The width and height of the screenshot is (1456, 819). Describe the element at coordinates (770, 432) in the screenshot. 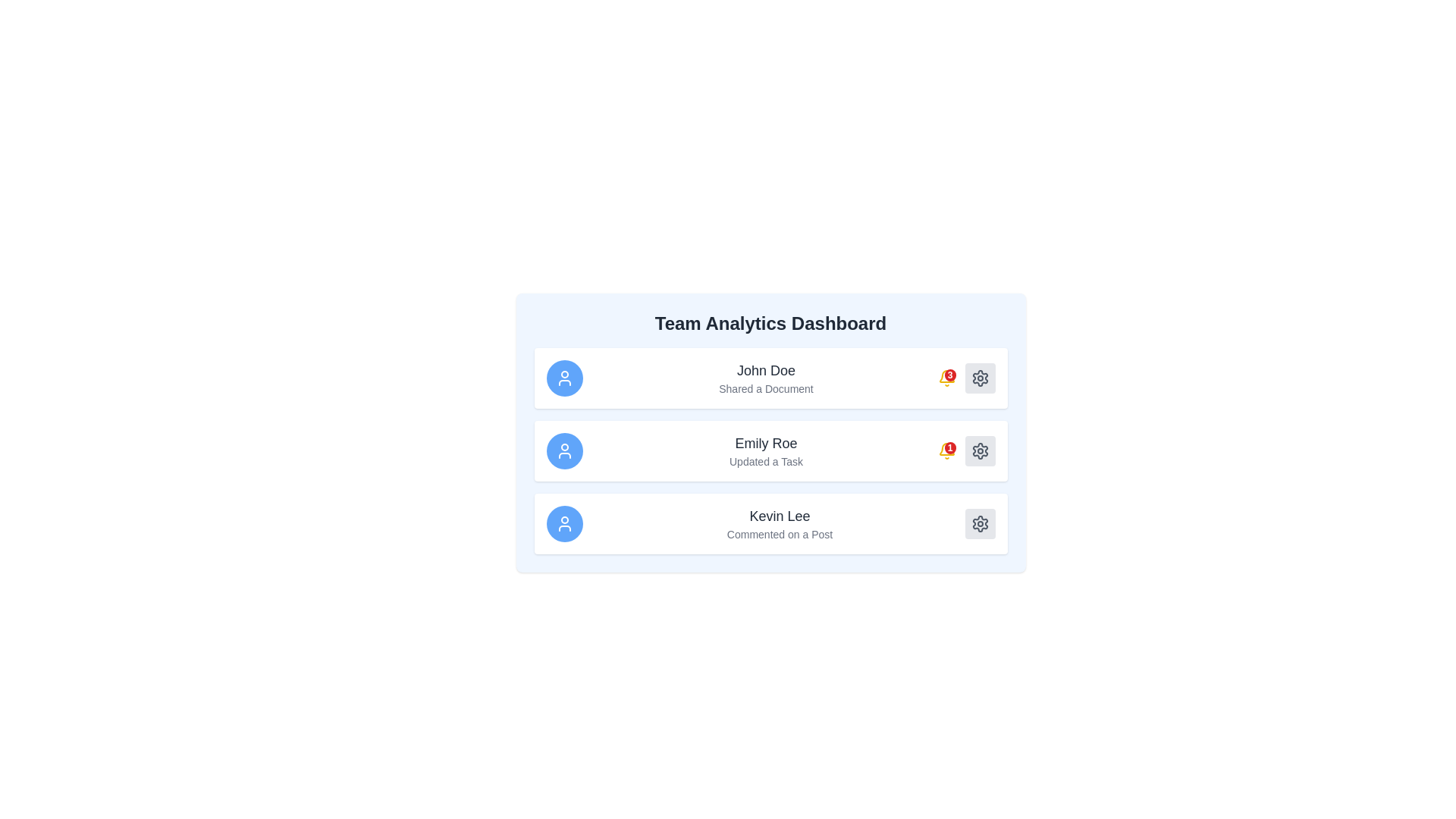

I see `the second entry in the activity feed that displays the name 'Emily Roe' and the text 'Updated a Task'` at that location.